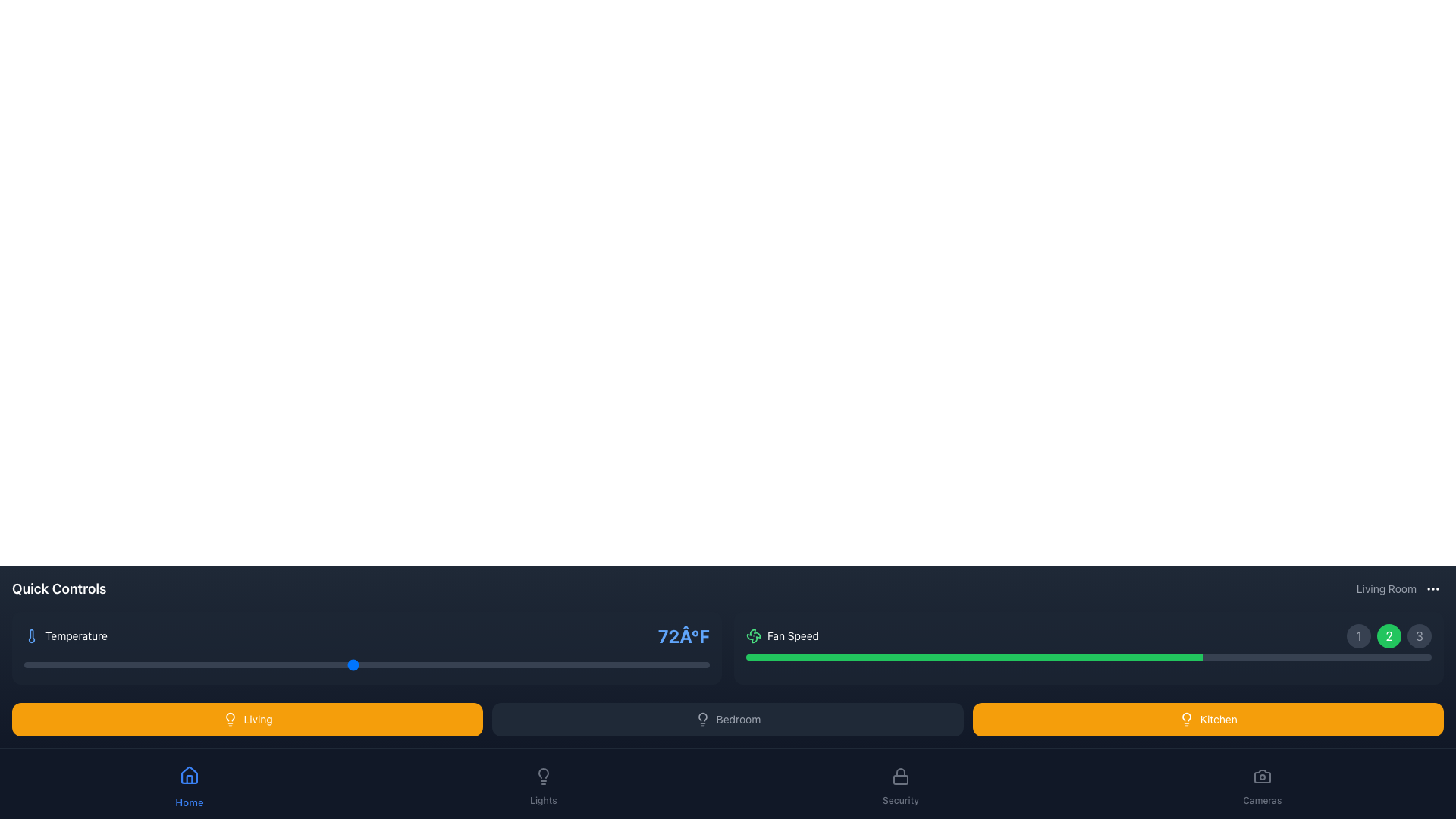 This screenshot has height=819, width=1456. What do you see at coordinates (247, 718) in the screenshot?
I see `the 'Living' area settings controller button, which is the first button in a horizontal row at the bottom of the interface` at bounding box center [247, 718].